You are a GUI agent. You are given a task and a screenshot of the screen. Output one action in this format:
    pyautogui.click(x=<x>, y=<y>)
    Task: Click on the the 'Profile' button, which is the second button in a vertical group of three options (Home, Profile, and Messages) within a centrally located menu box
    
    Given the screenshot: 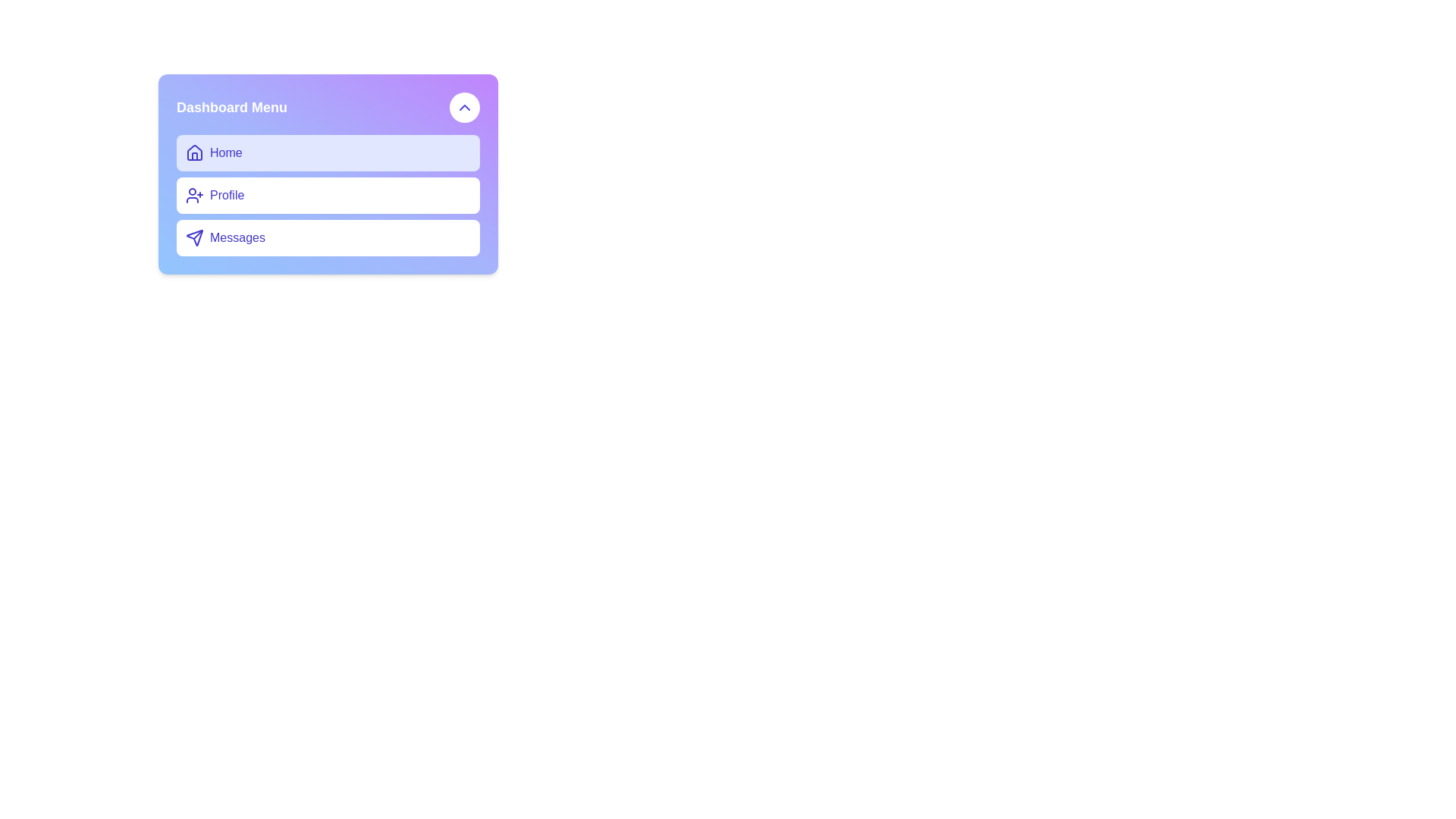 What is the action you would take?
    pyautogui.click(x=327, y=195)
    